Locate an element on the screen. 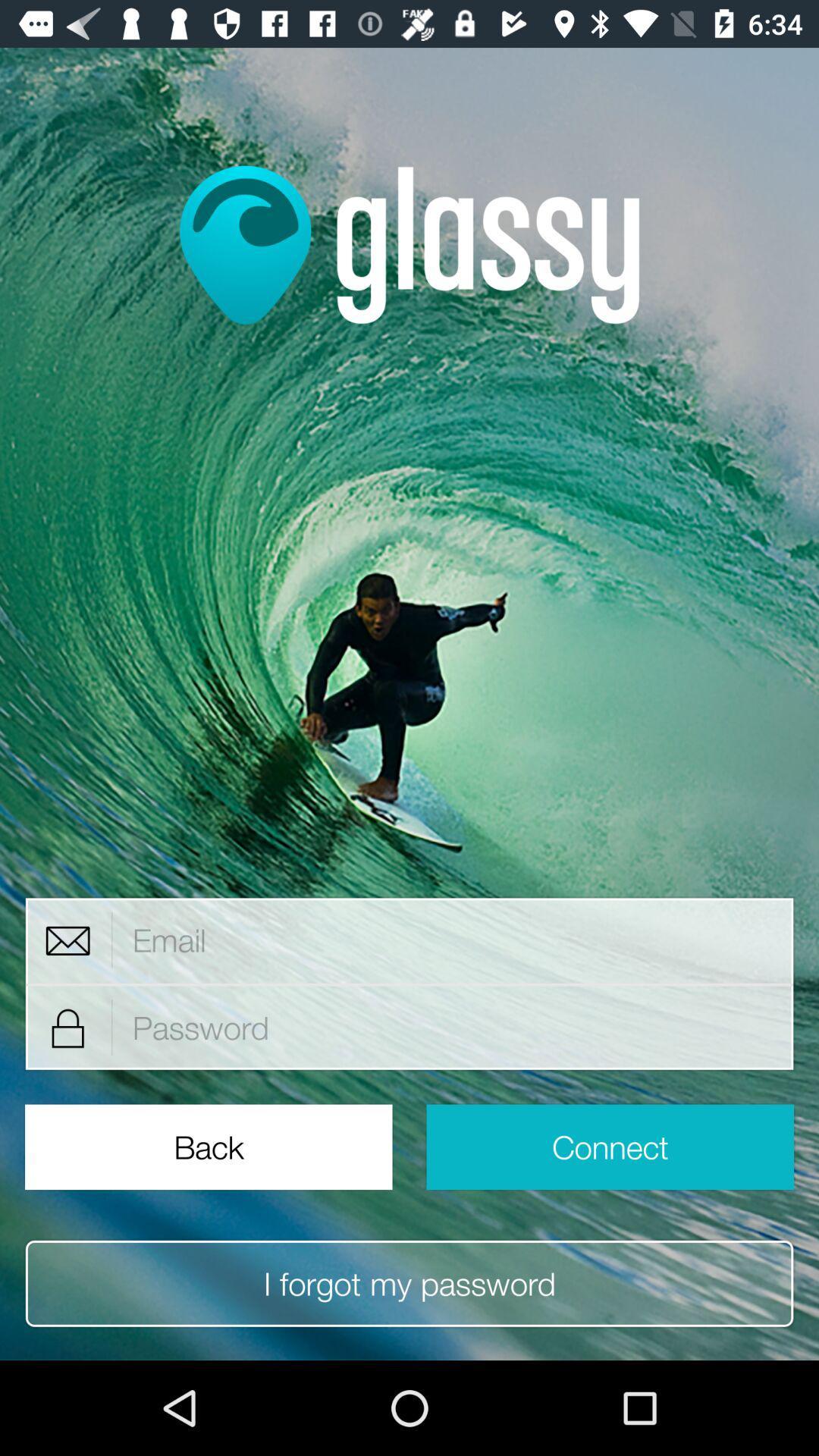  password is located at coordinates (453, 1028).